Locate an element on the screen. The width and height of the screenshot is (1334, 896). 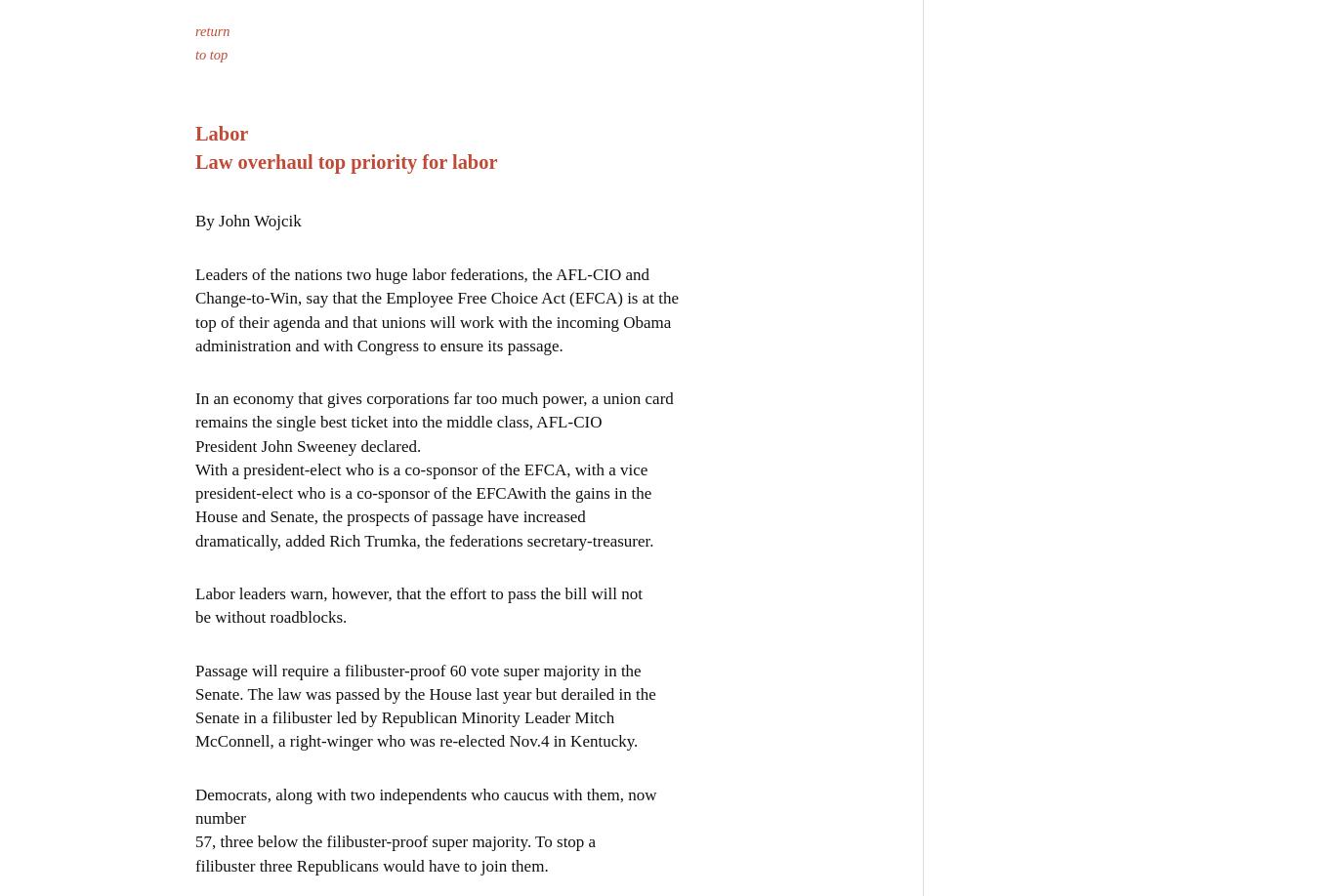
'57, three below the filibuster-proof super majority. To stop a' is located at coordinates (395, 839).